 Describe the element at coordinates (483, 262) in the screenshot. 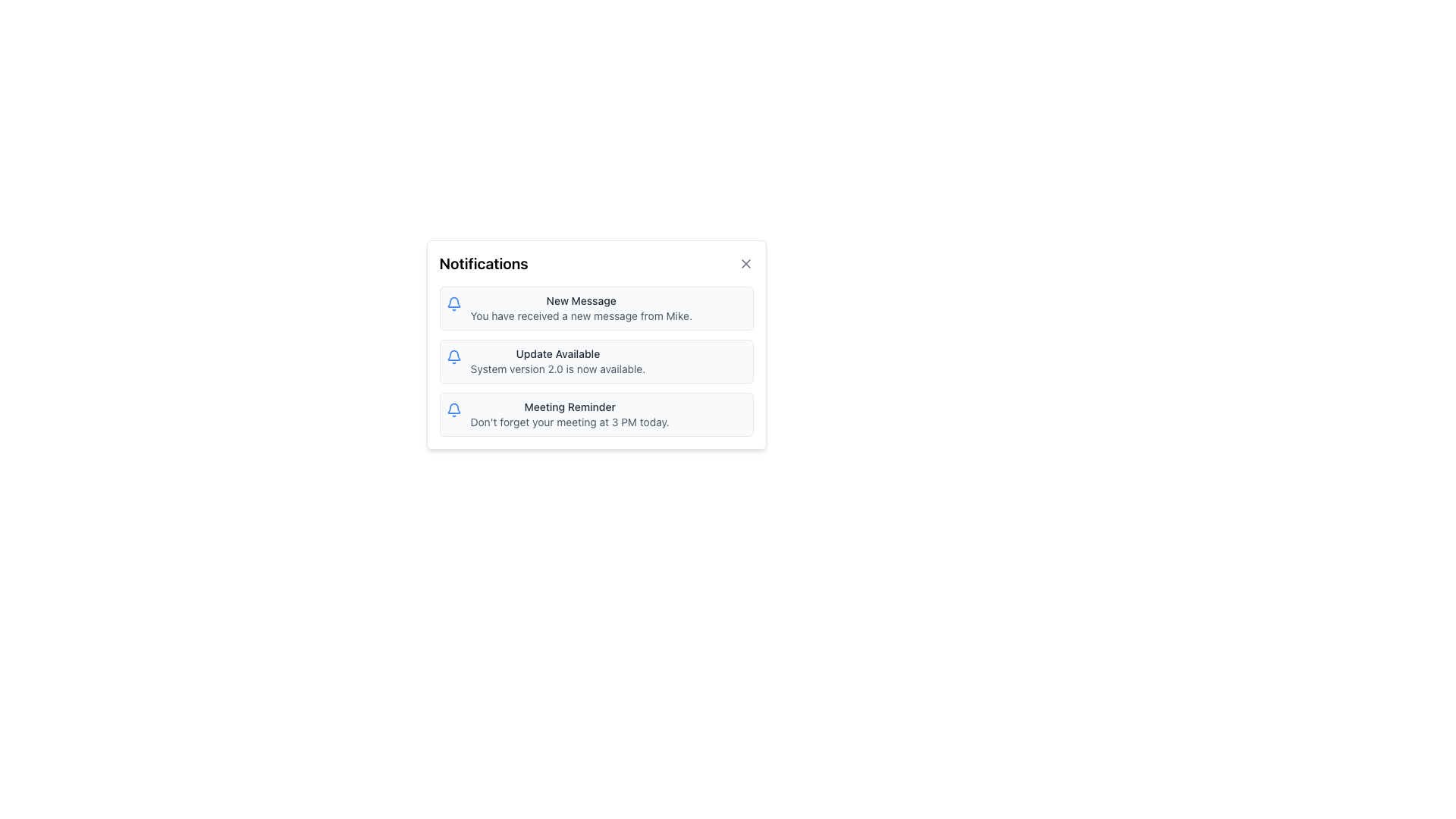

I see `the 'Notifications' text label` at that location.